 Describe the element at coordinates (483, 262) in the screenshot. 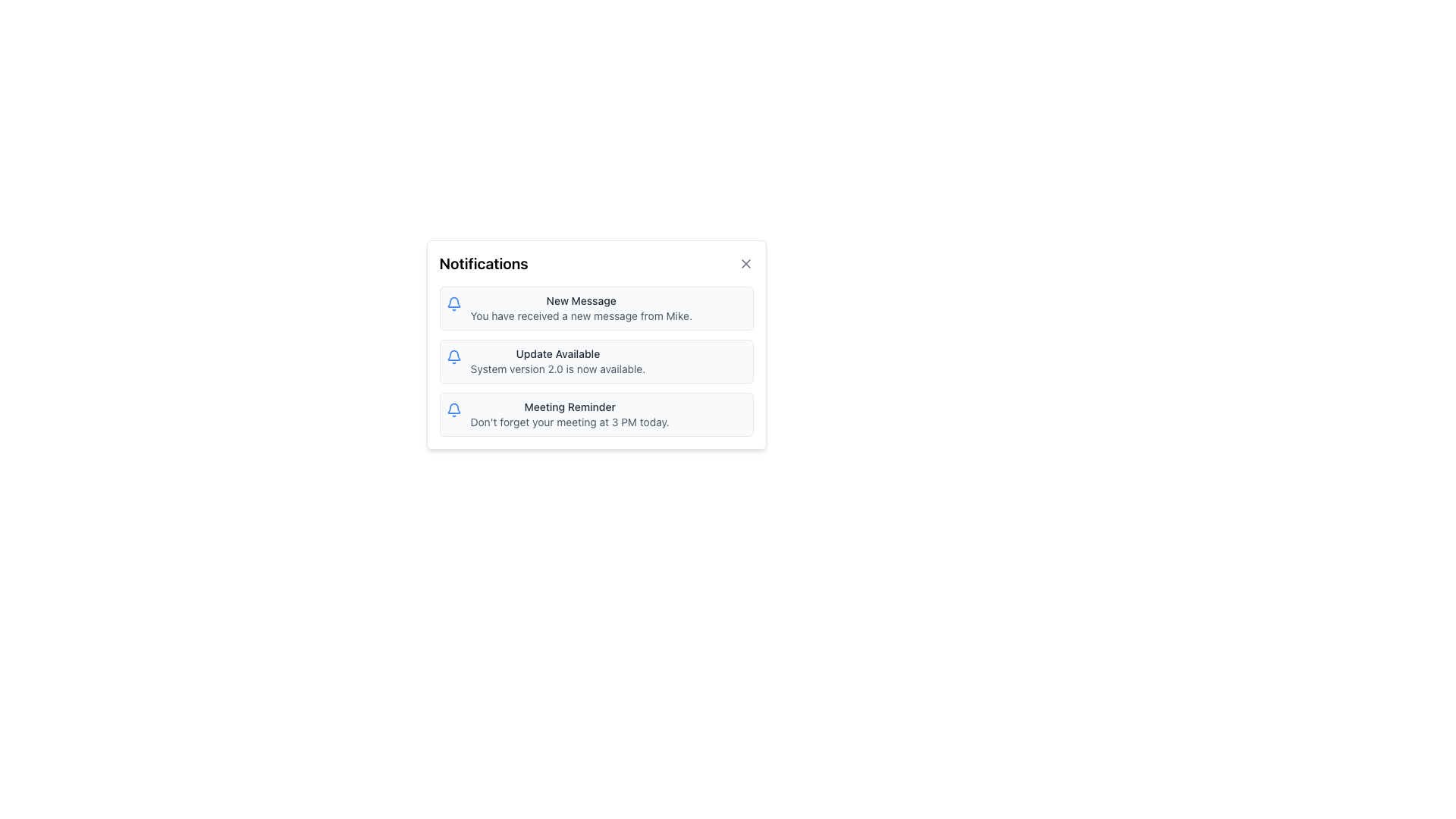

I see `the 'Notifications' text label` at that location.